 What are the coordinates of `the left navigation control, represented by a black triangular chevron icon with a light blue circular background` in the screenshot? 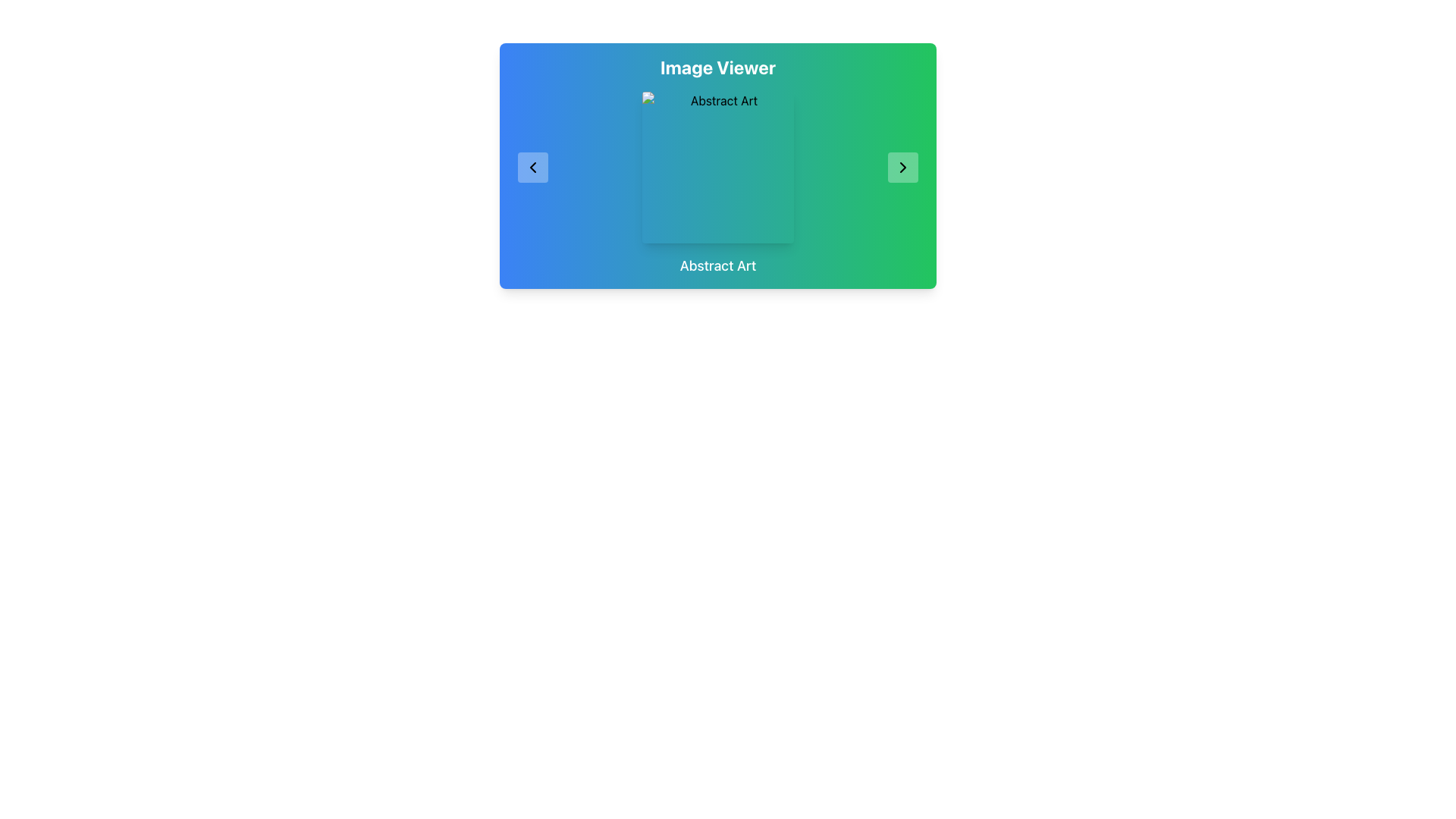 It's located at (532, 167).